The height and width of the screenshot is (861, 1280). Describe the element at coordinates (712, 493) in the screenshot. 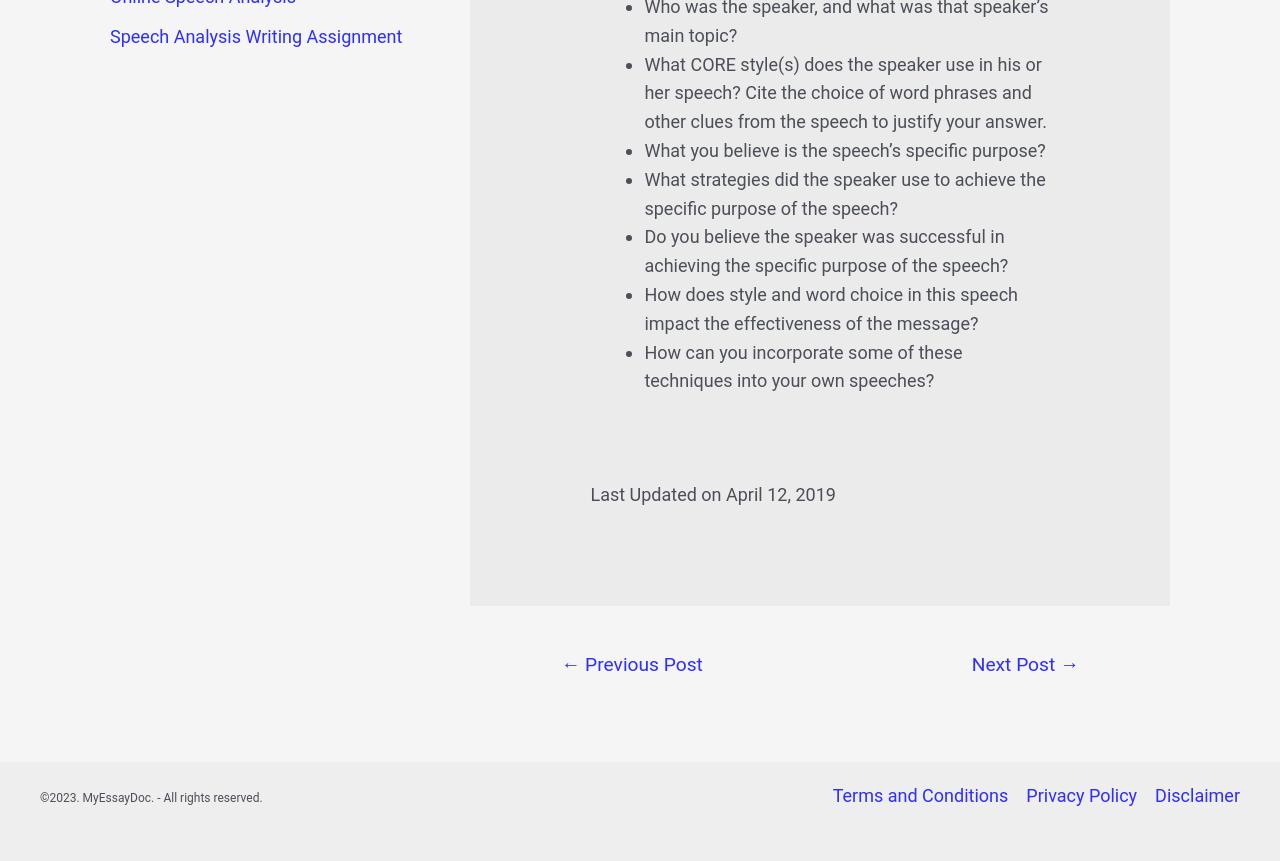

I see `'Last Updated on April 12, 2019'` at that location.